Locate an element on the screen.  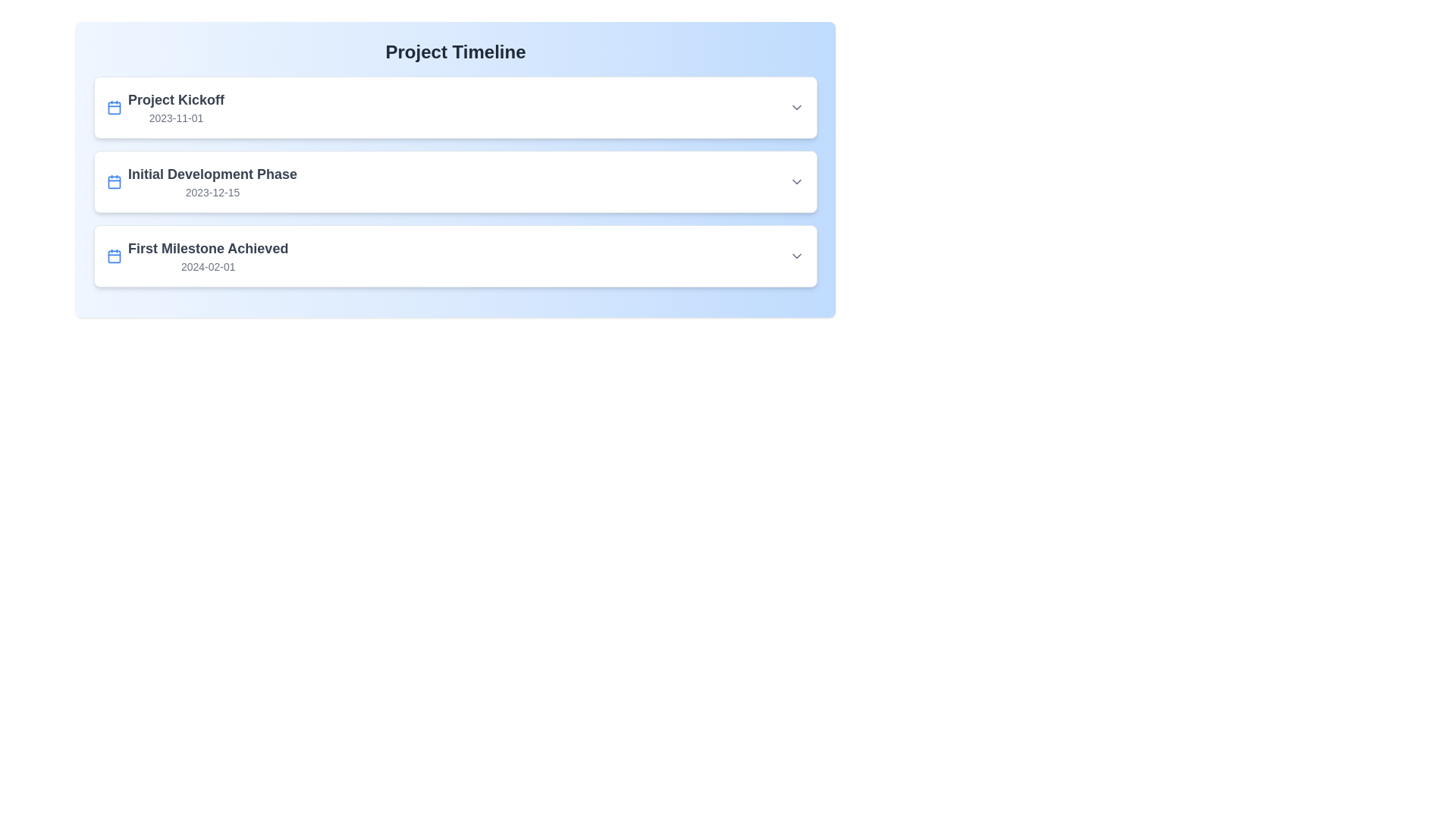
the title text element within the first card of the 'Project Timeline' is located at coordinates (176, 99).